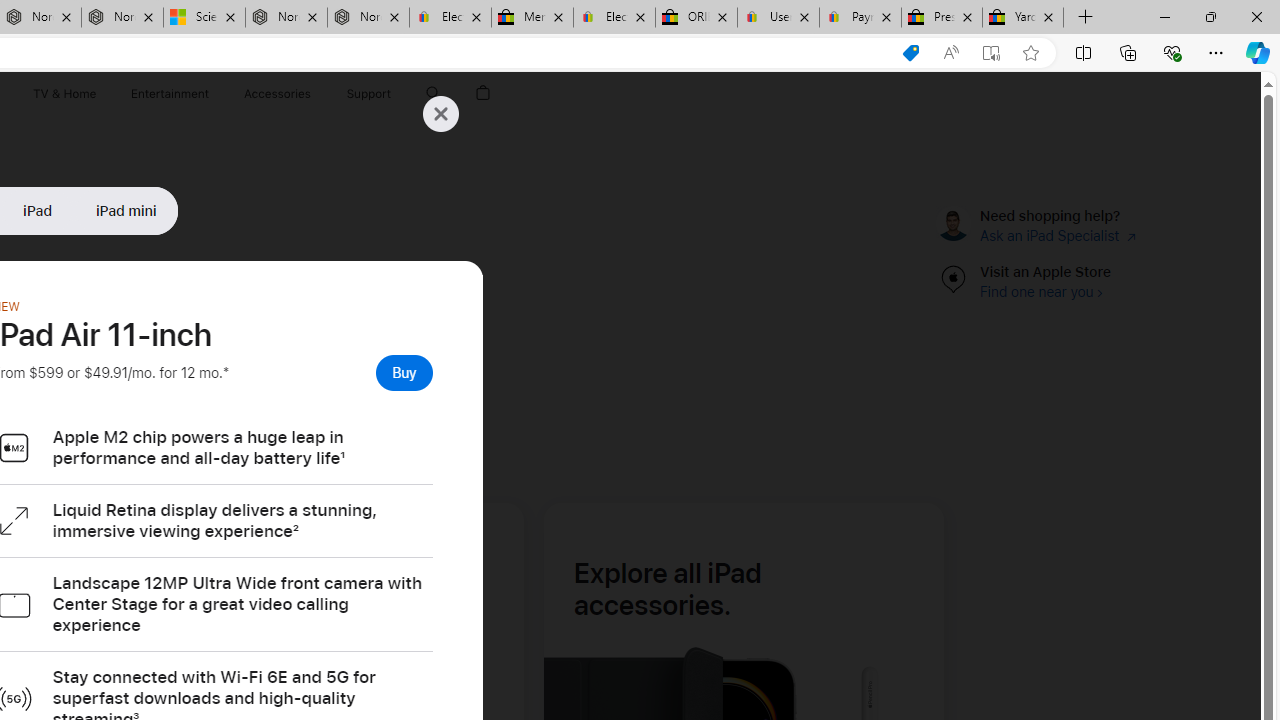 The width and height of the screenshot is (1280, 720). I want to click on 'iPad', so click(37, 210).